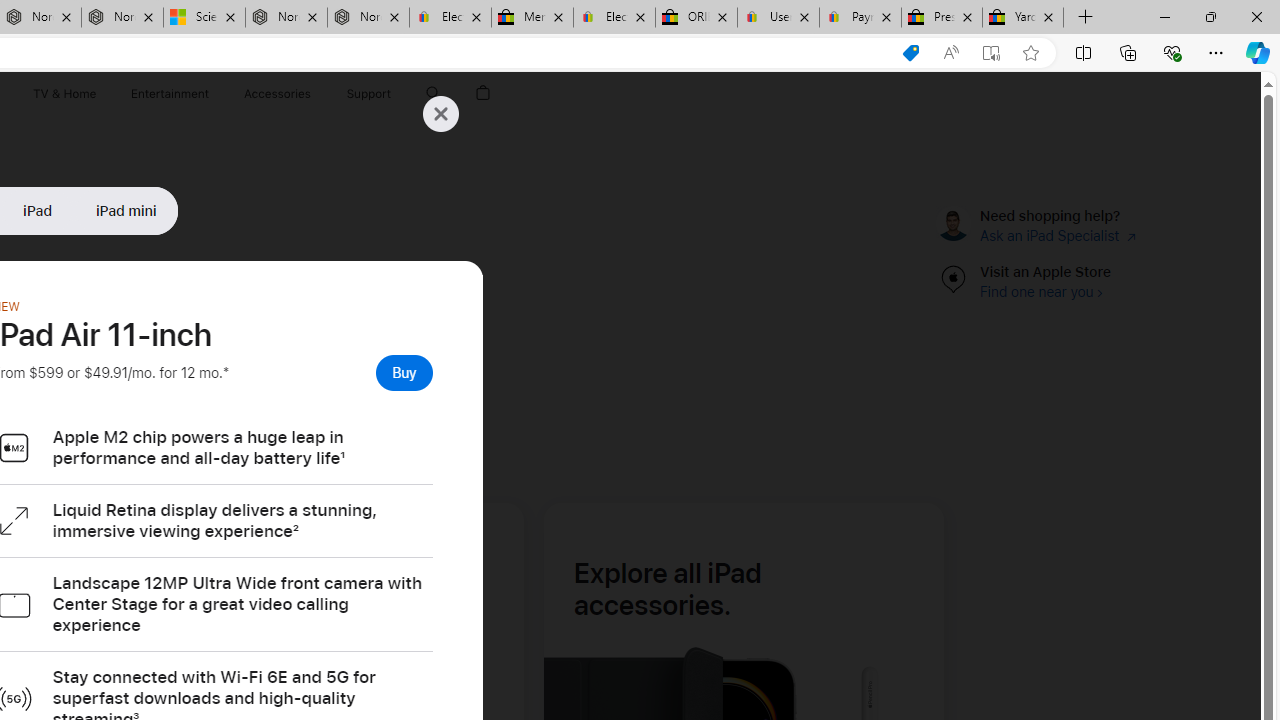 The width and height of the screenshot is (1280, 720). I want to click on 'iPad', so click(37, 210).